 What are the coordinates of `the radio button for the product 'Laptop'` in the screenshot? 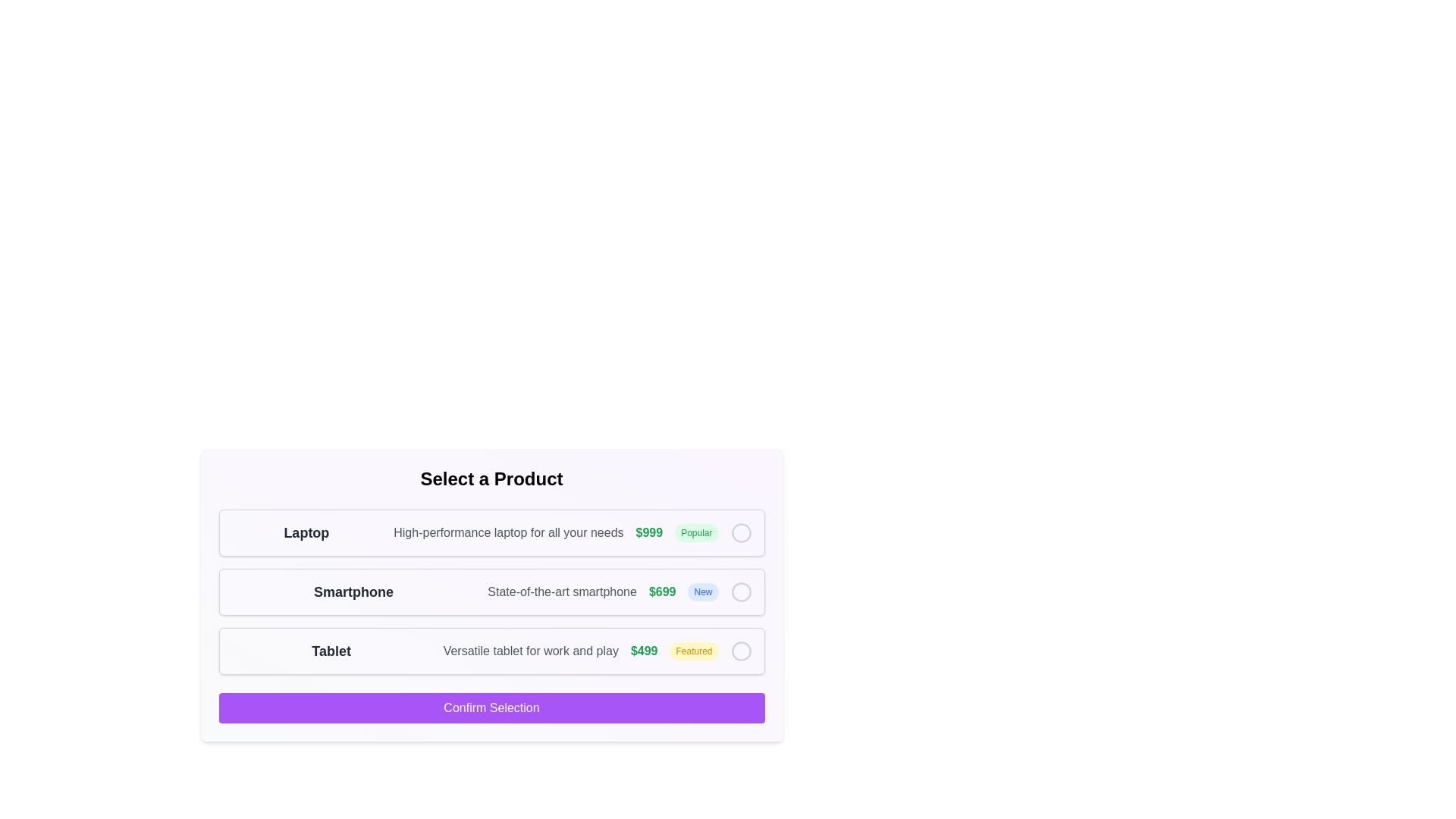 It's located at (741, 532).